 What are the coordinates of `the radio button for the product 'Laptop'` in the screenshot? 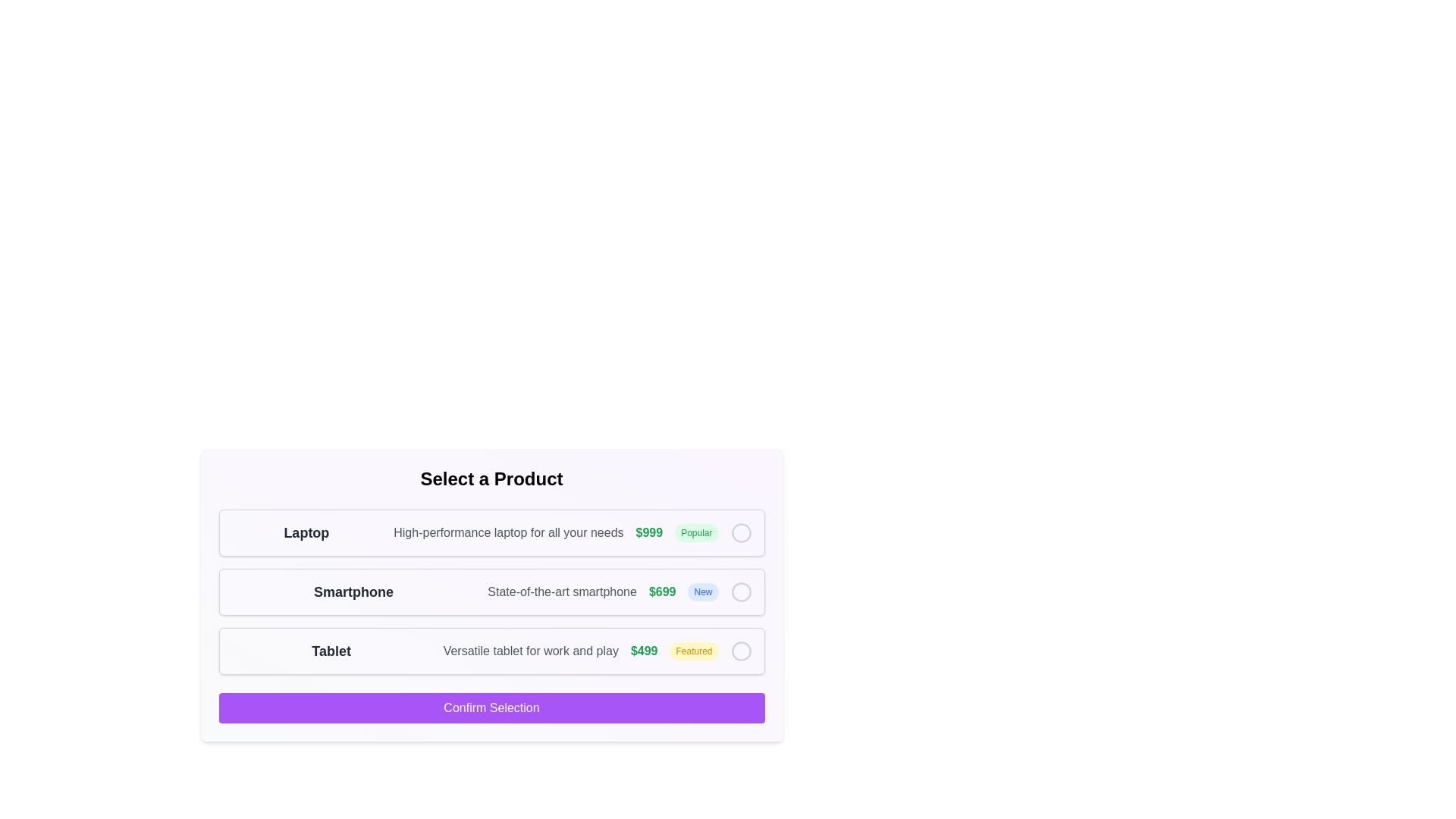 It's located at (741, 532).